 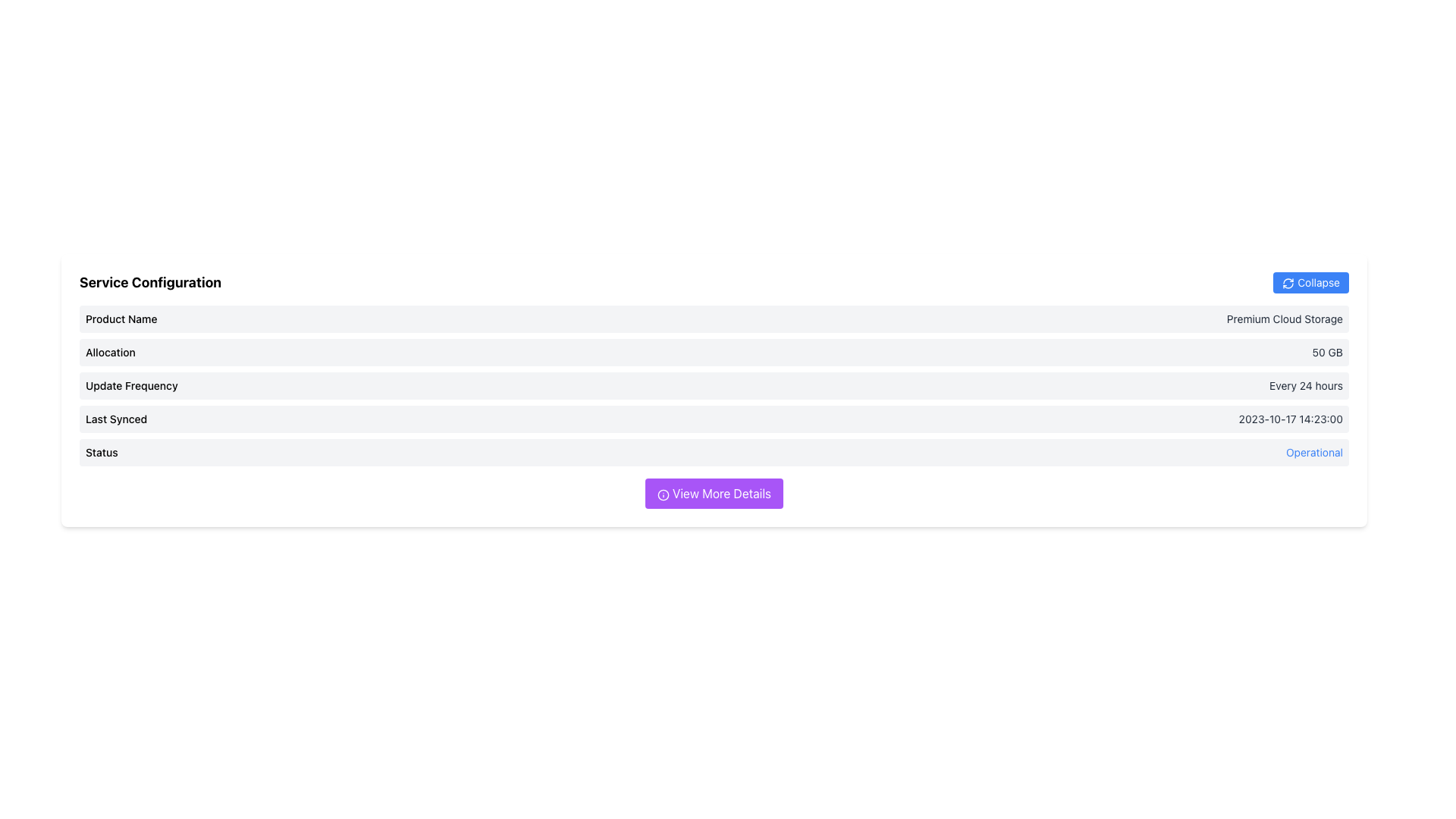 What do you see at coordinates (1310, 283) in the screenshot?
I see `the button located at the top-right corner of the 'Service Configuration' section, which toggles the visibility of the content when clicked` at bounding box center [1310, 283].